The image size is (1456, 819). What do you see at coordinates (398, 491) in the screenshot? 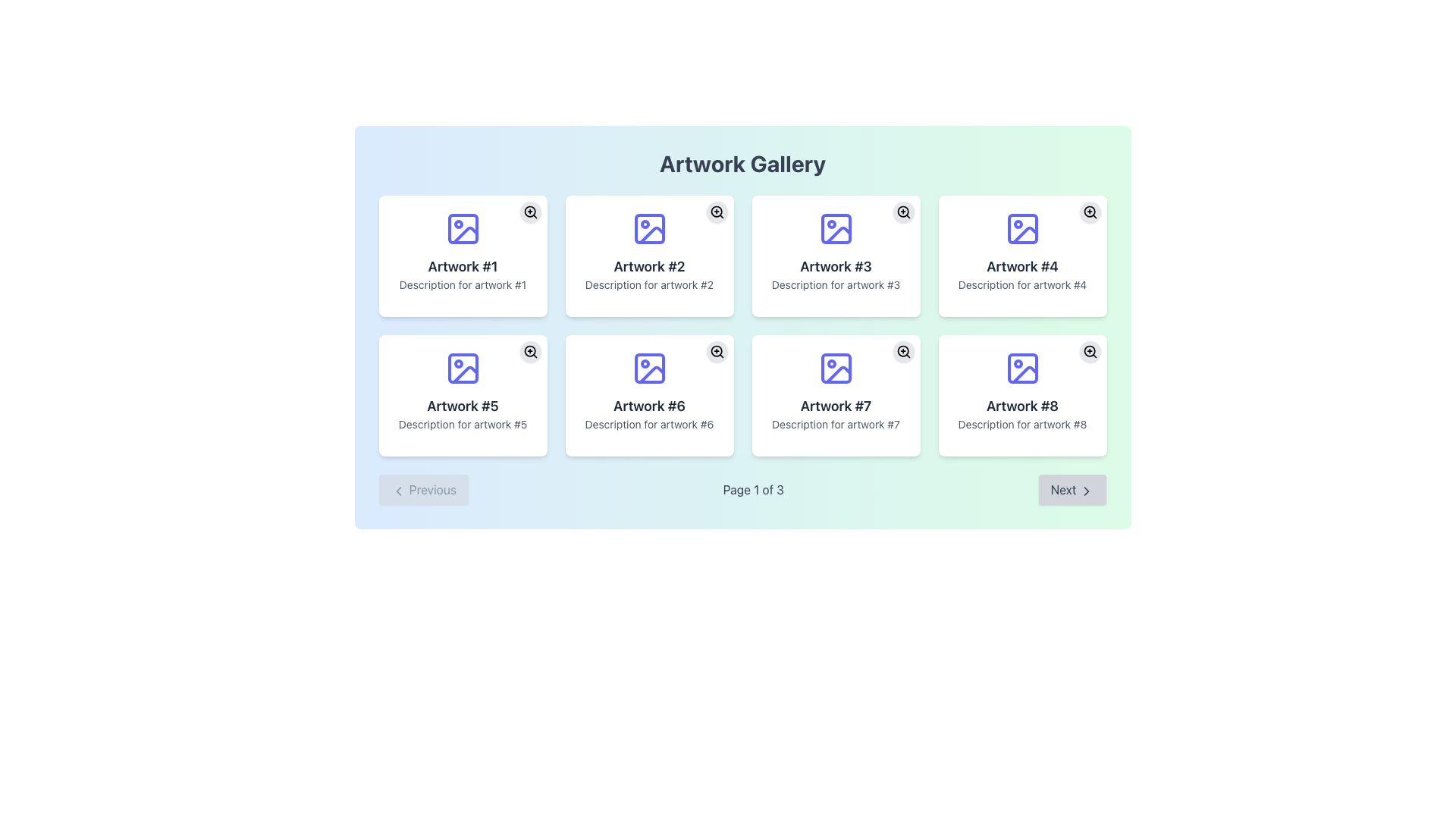
I see `the 'Previous' button icon located on the left edge, next to the text label, at the bottom left corner of the interface` at bounding box center [398, 491].